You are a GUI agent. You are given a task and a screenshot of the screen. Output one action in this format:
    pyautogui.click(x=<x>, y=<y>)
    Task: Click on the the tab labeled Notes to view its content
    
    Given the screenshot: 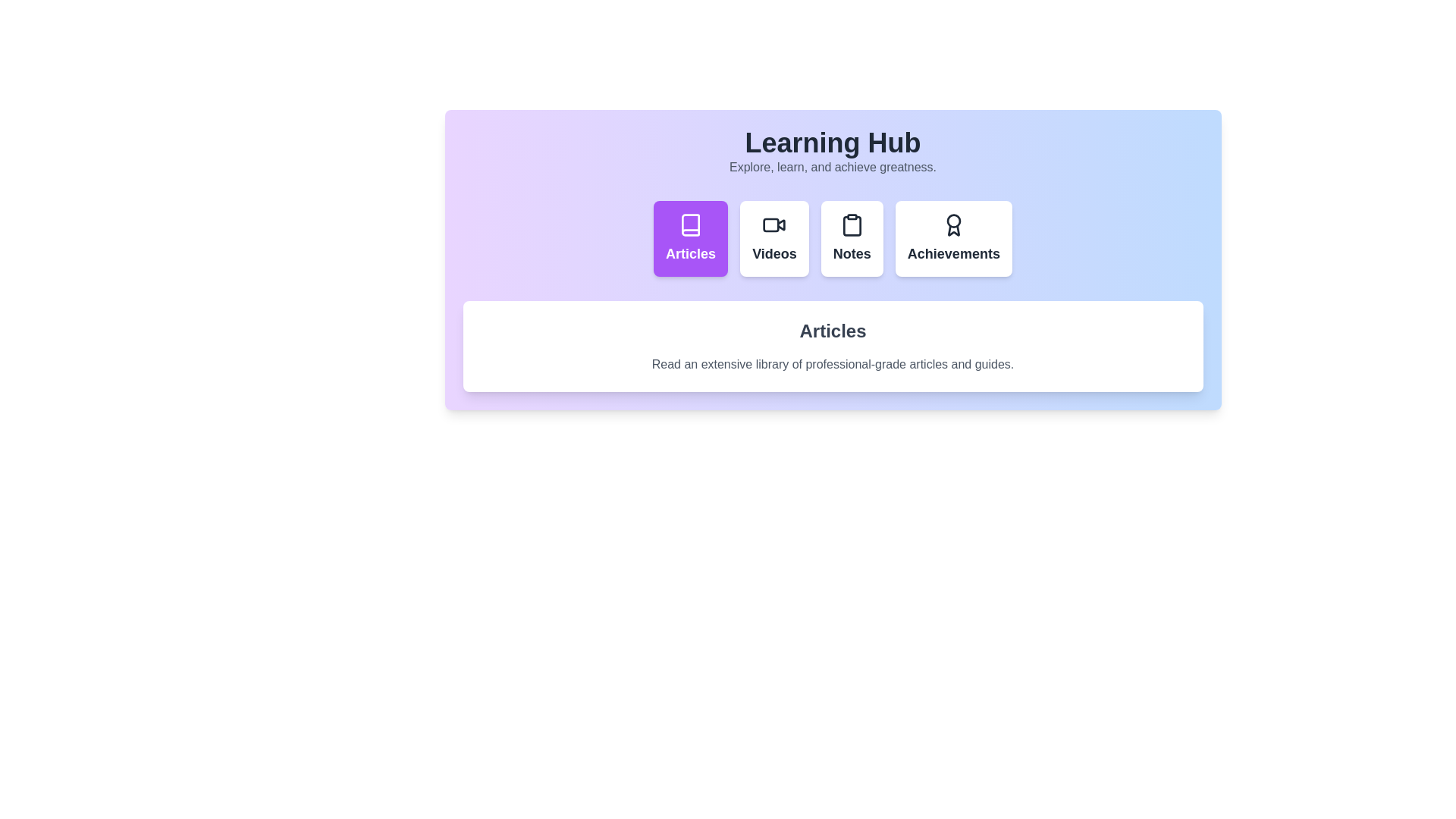 What is the action you would take?
    pyautogui.click(x=852, y=239)
    